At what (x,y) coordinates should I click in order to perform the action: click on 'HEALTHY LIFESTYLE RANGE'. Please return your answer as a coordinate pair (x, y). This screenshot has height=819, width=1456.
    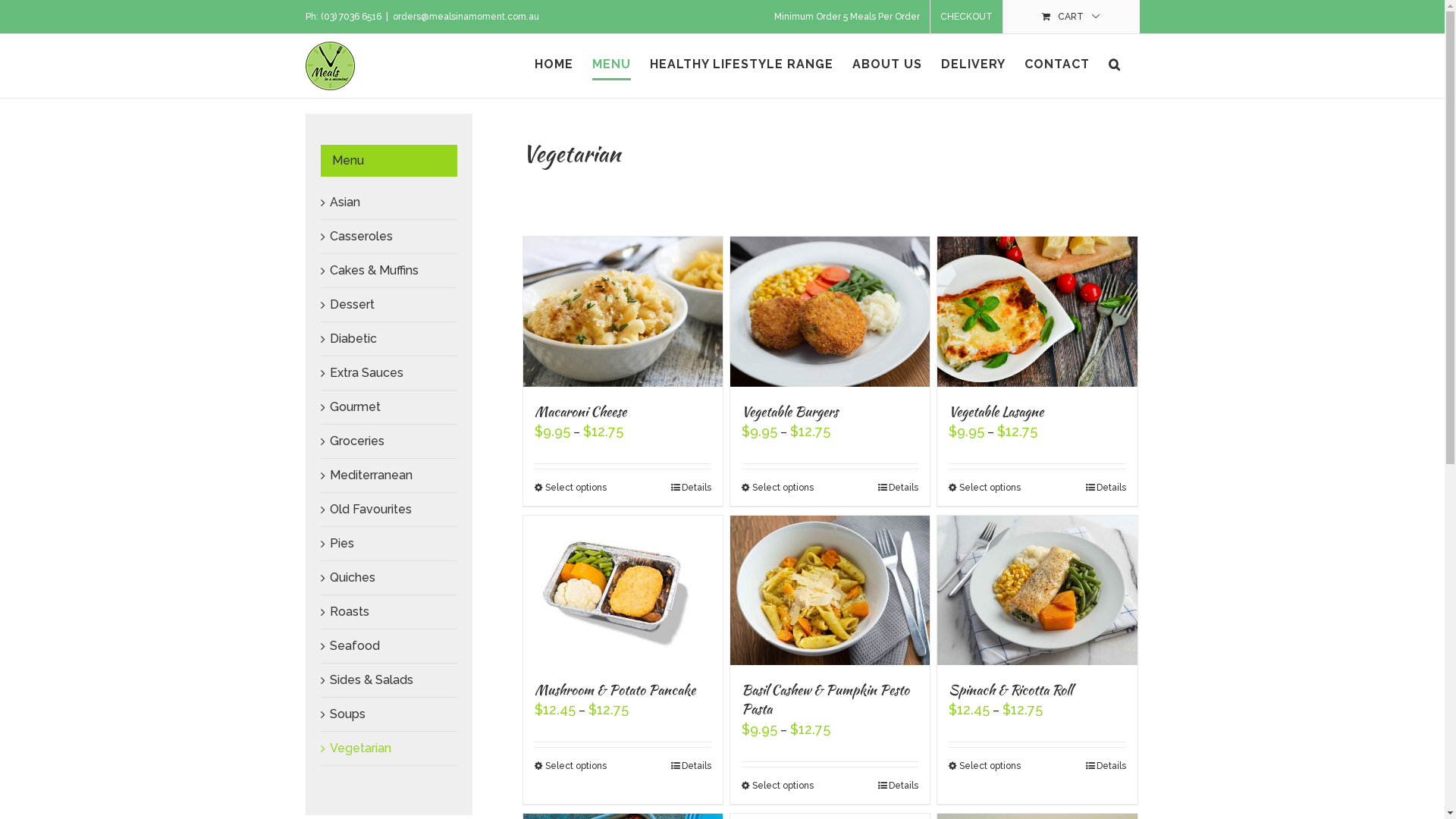
    Looking at the image, I should click on (741, 63).